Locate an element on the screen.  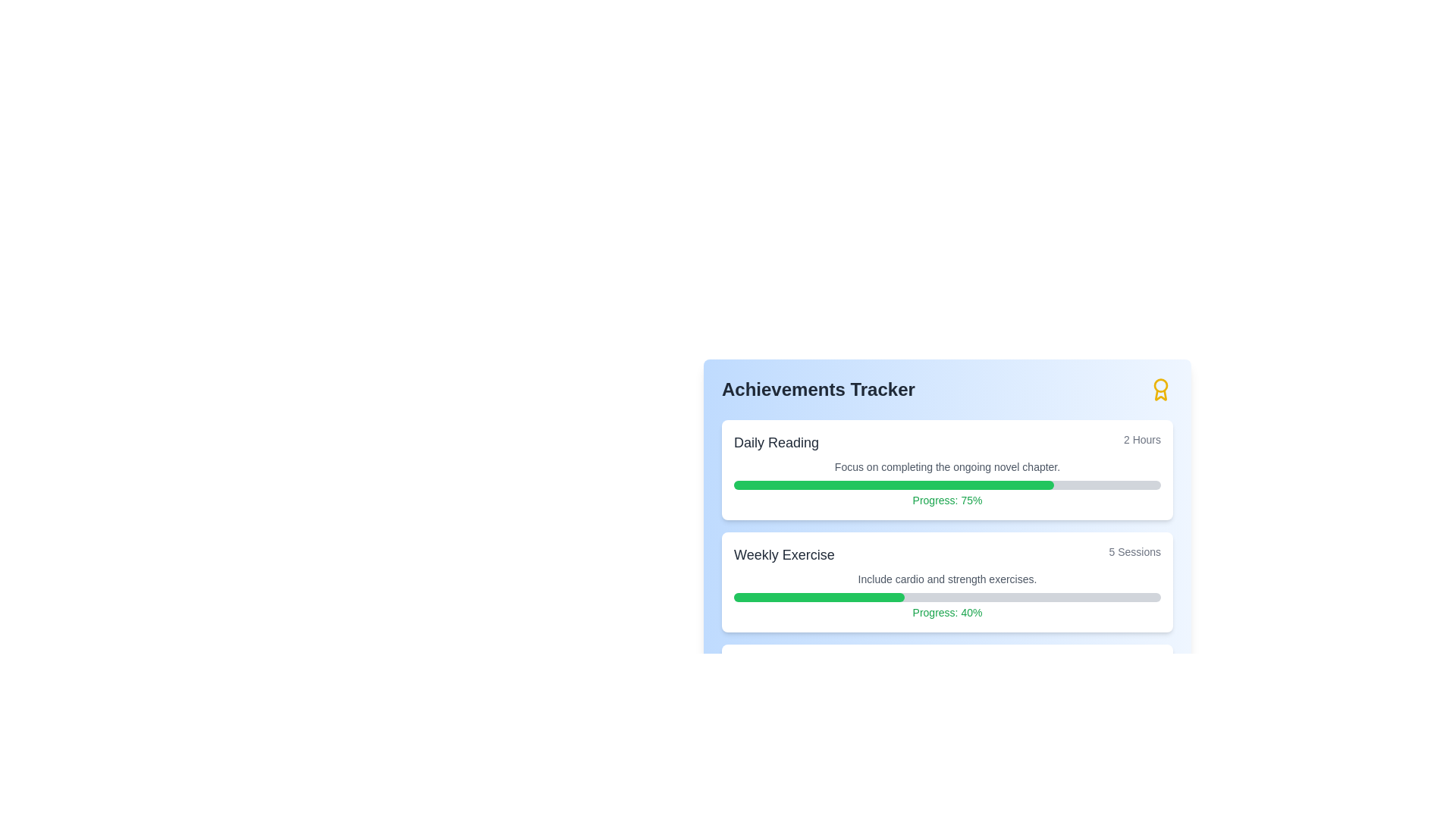
the progress percentage text element located at the bottom of the 'Weekly Exercise' tracker card is located at coordinates (946, 611).